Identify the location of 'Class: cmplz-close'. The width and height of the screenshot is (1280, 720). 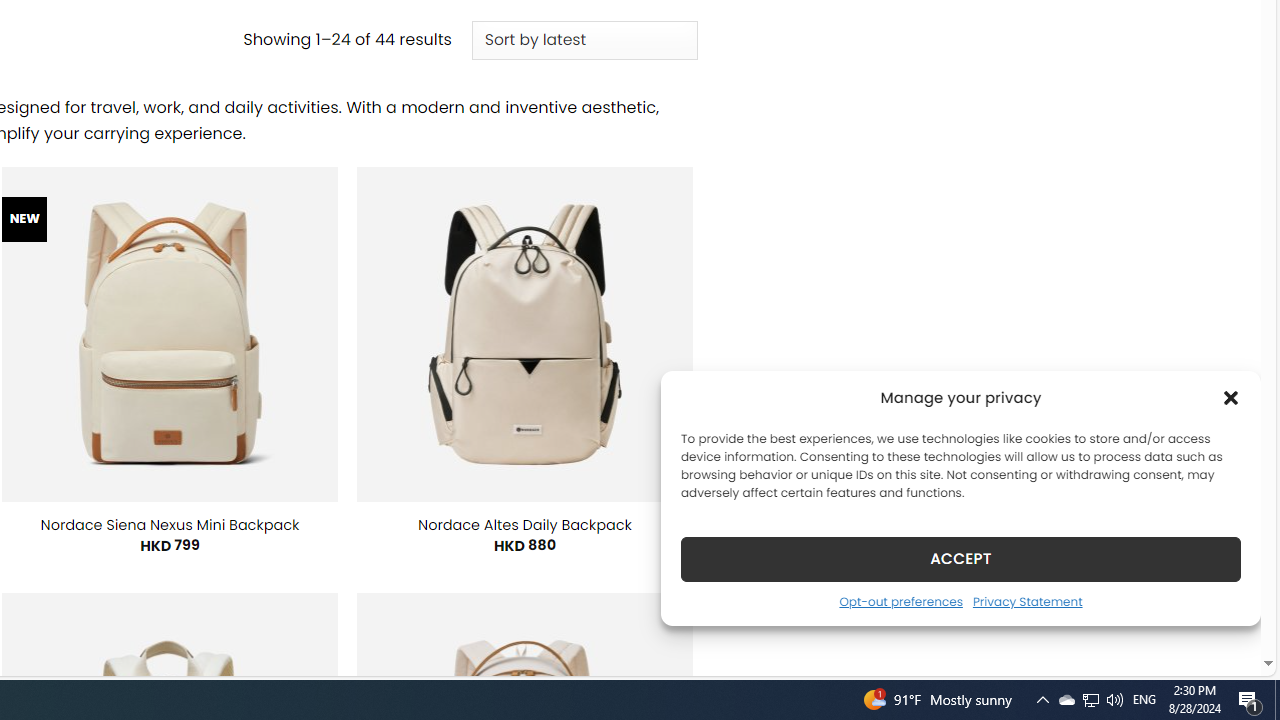
(1230, 397).